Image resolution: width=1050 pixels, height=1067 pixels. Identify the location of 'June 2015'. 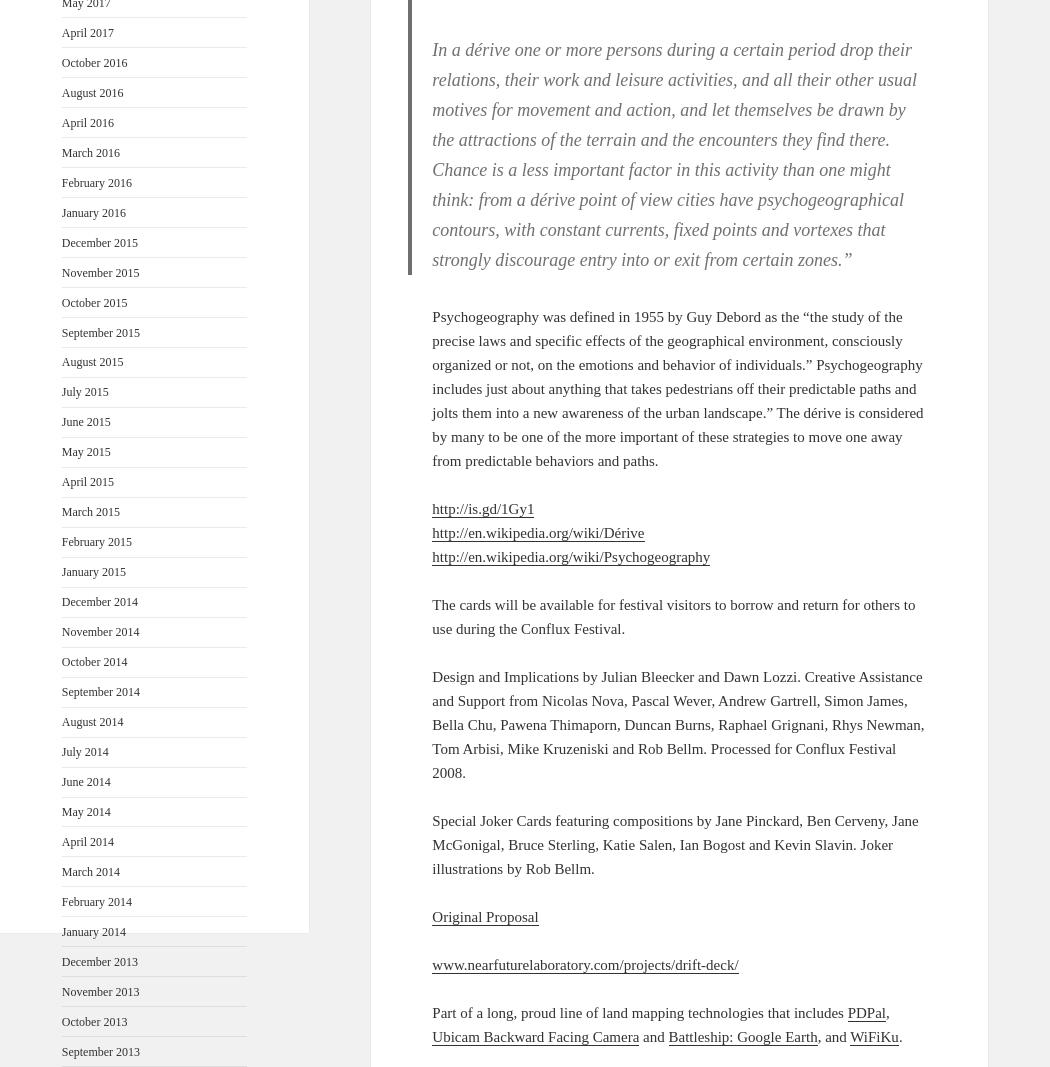
(85, 420).